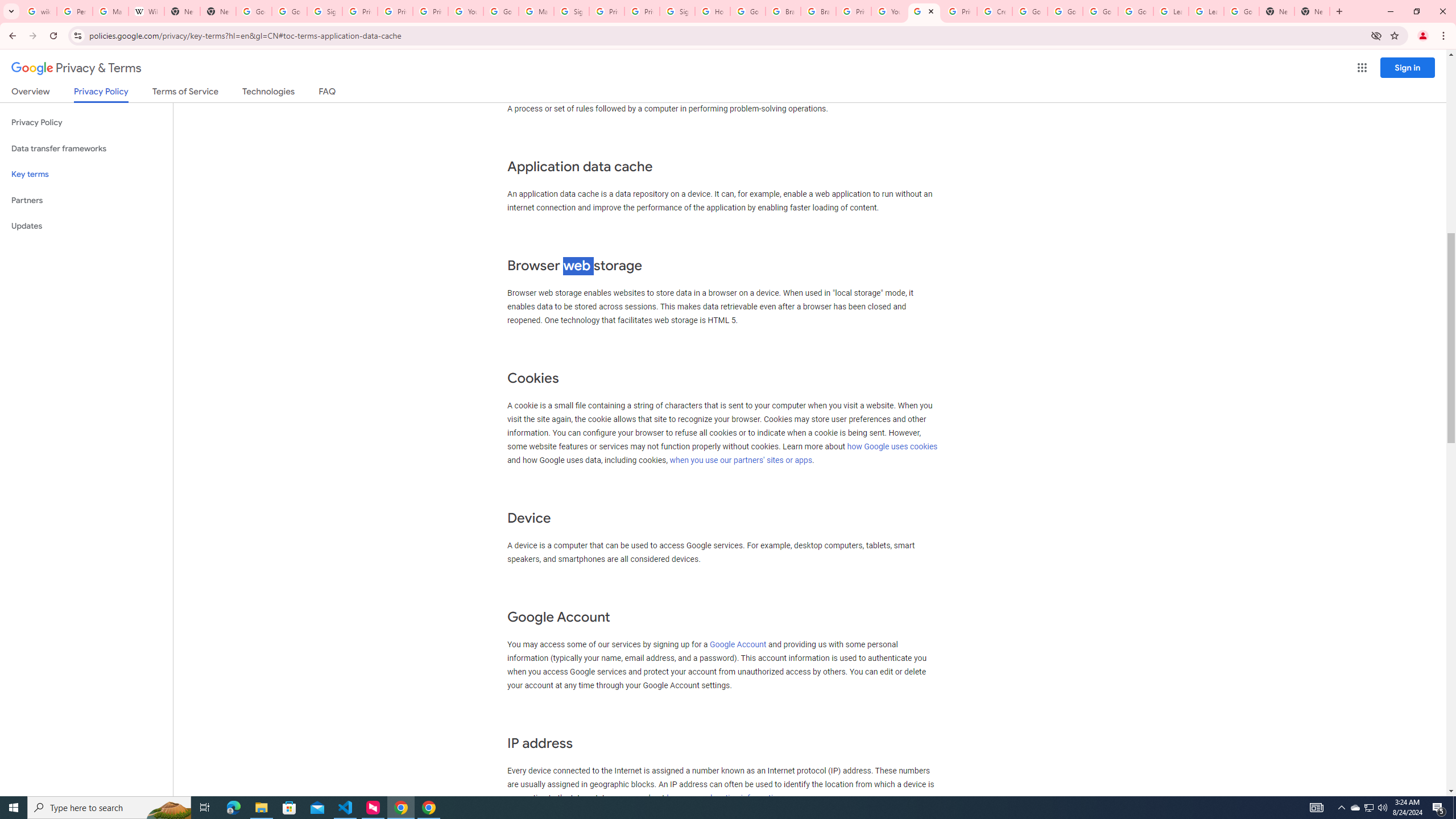  Describe the element at coordinates (1029, 11) in the screenshot. I see `'Google Account Help'` at that location.